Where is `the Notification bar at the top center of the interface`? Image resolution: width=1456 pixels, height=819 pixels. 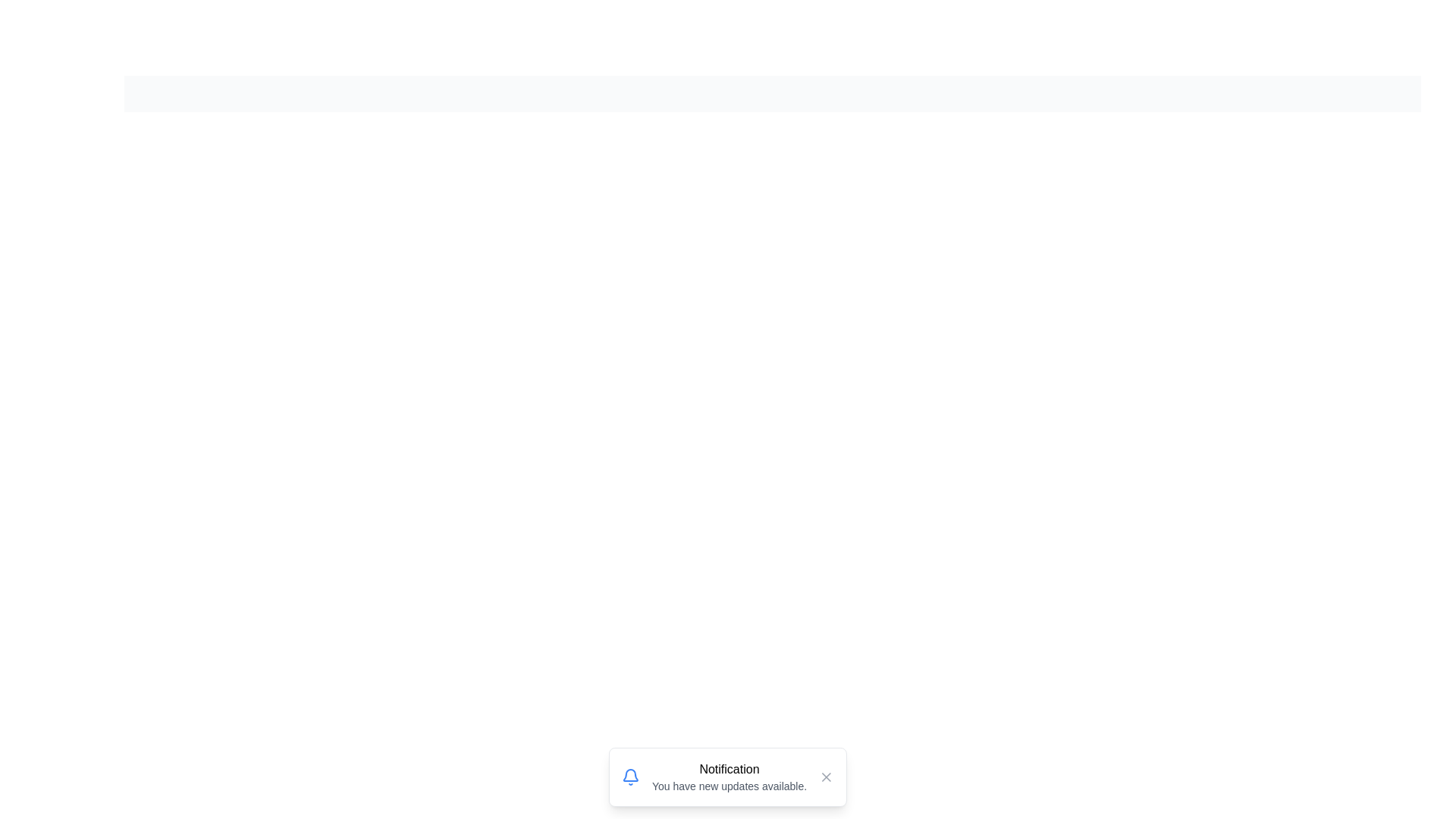 the Notification bar at the top center of the interface is located at coordinates (772, 93).